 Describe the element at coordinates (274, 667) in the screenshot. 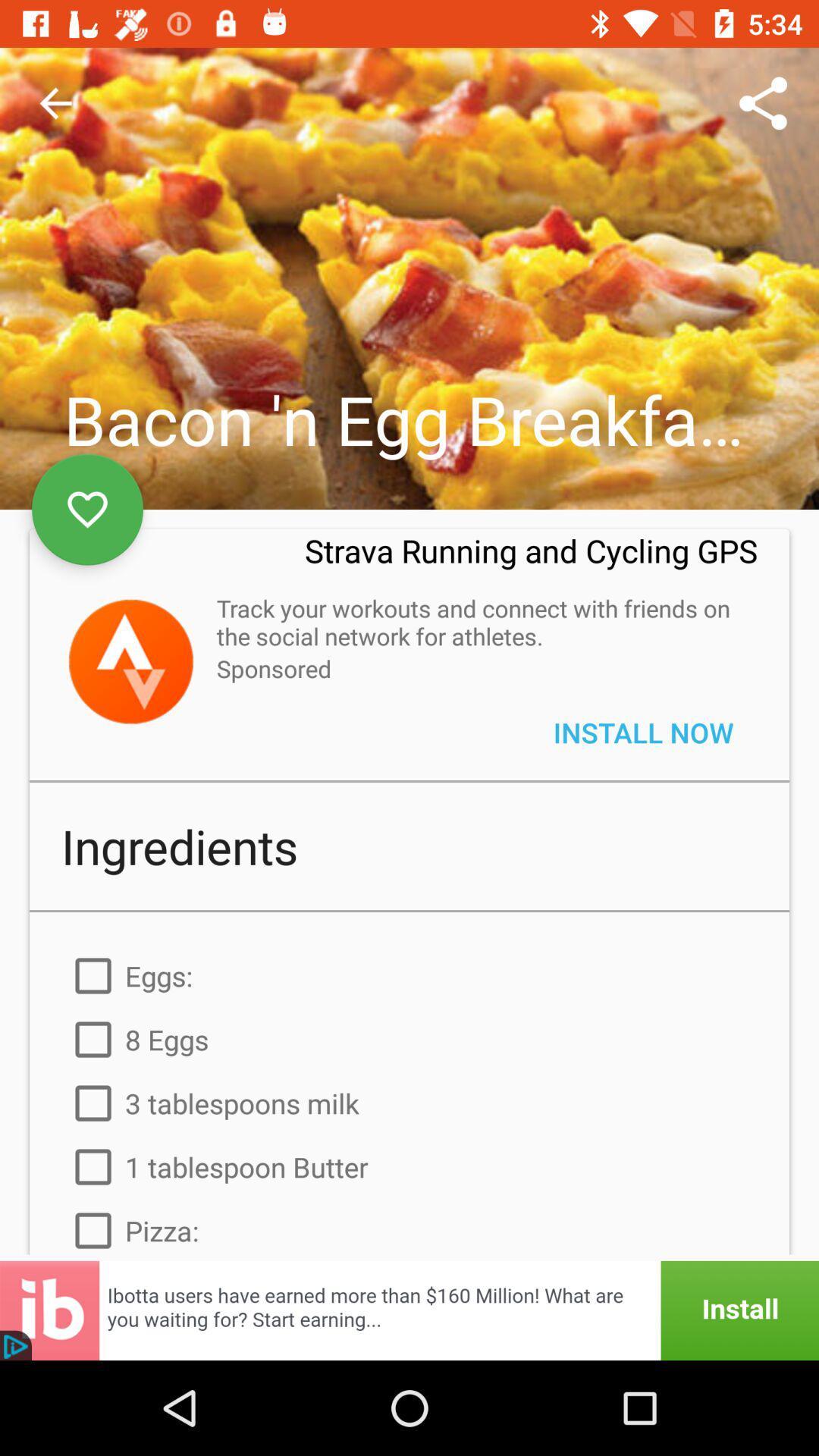

I see `the icon to the left of install now item` at that location.